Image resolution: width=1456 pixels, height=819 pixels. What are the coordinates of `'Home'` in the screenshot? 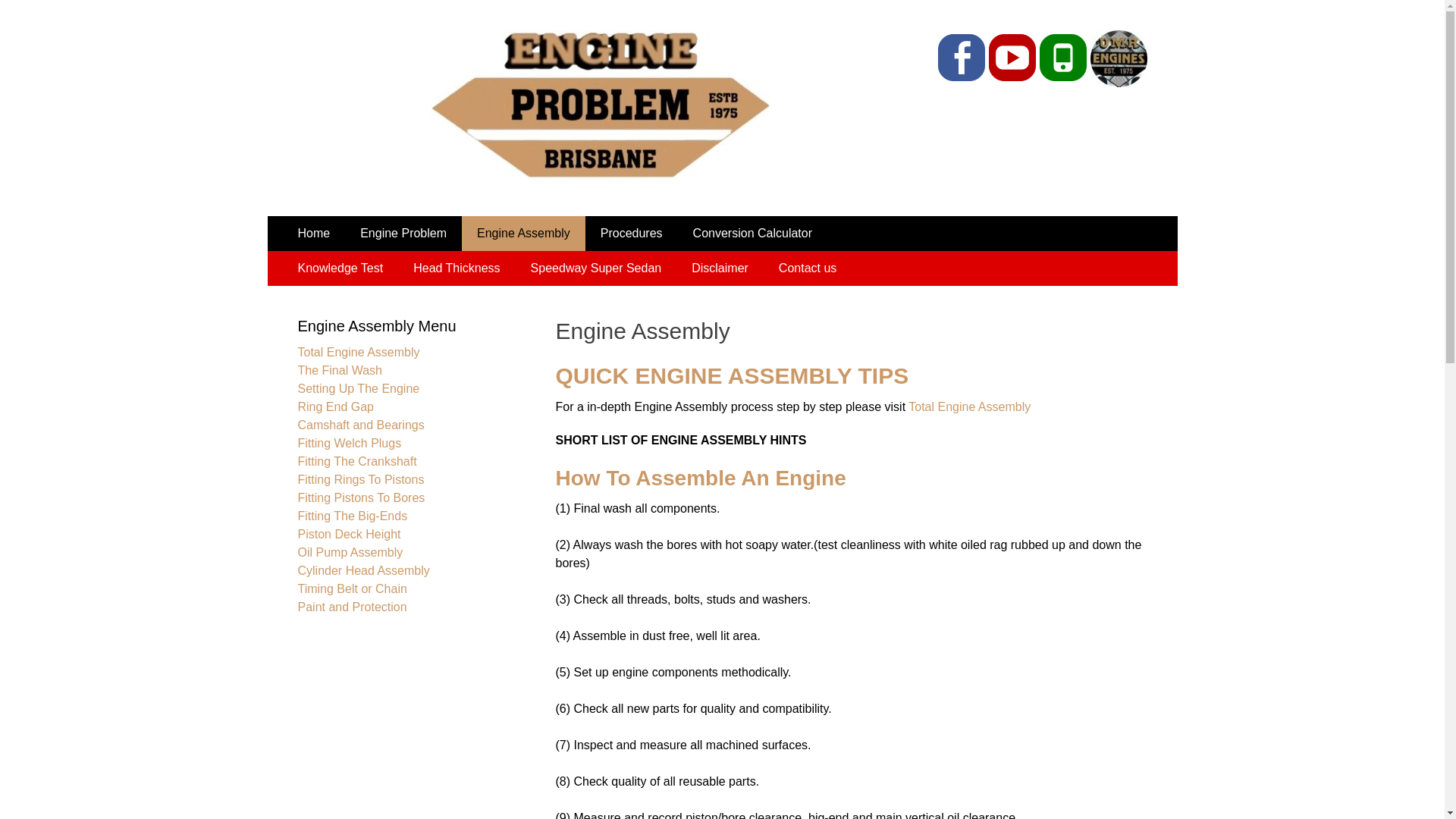 It's located at (312, 234).